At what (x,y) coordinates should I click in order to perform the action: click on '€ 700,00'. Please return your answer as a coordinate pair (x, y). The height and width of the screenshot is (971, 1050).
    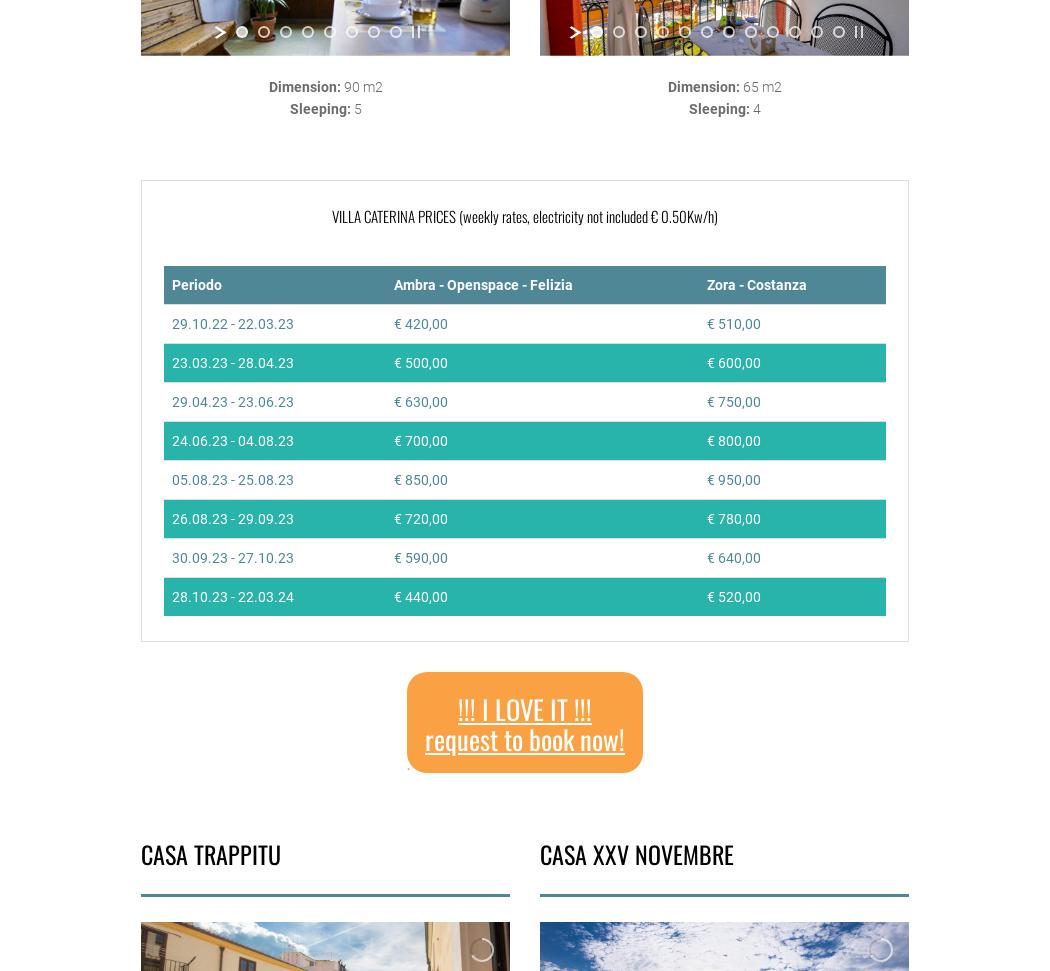
    Looking at the image, I should click on (419, 439).